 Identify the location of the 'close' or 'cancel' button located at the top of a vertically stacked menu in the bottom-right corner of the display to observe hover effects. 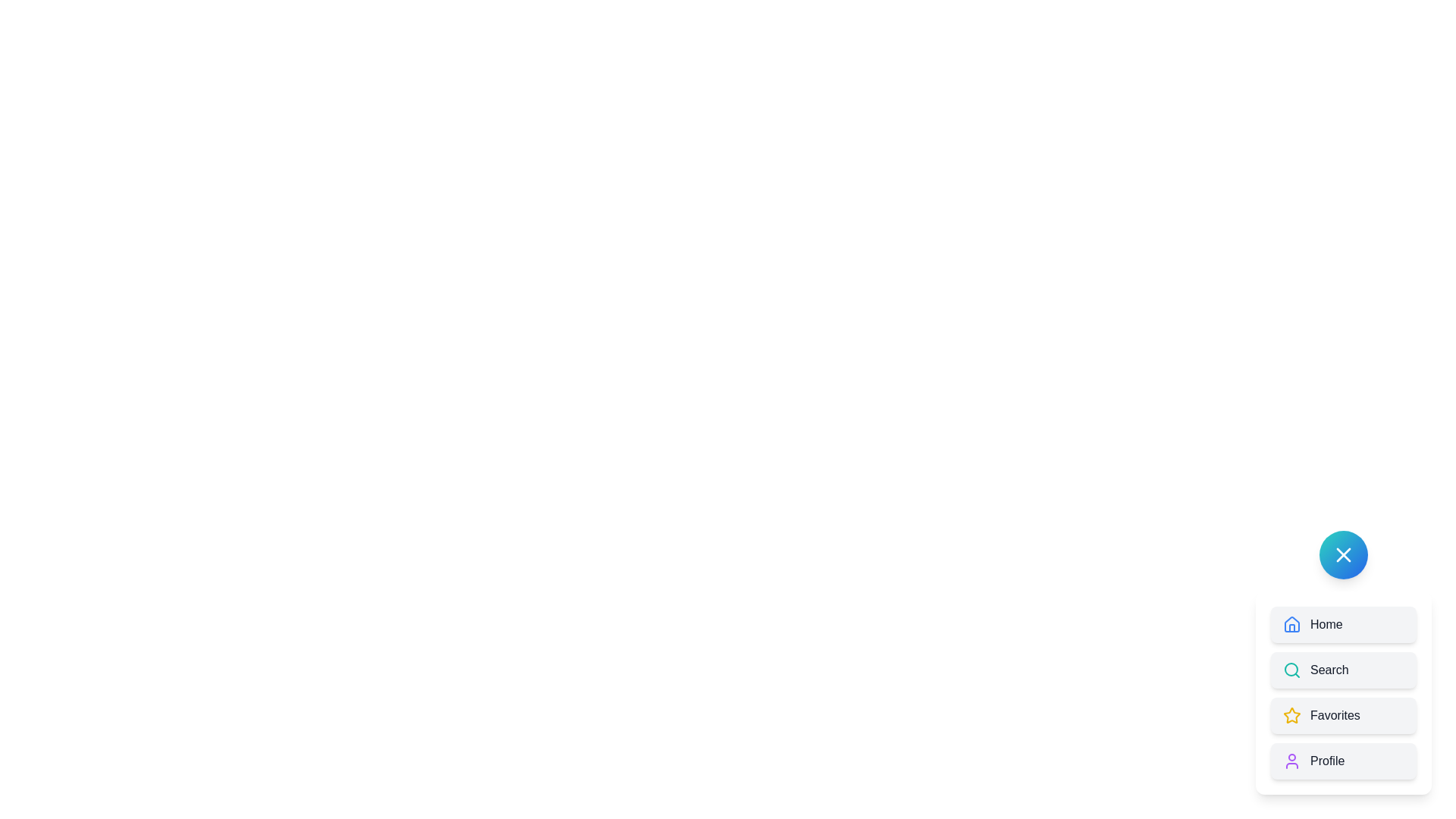
(1343, 555).